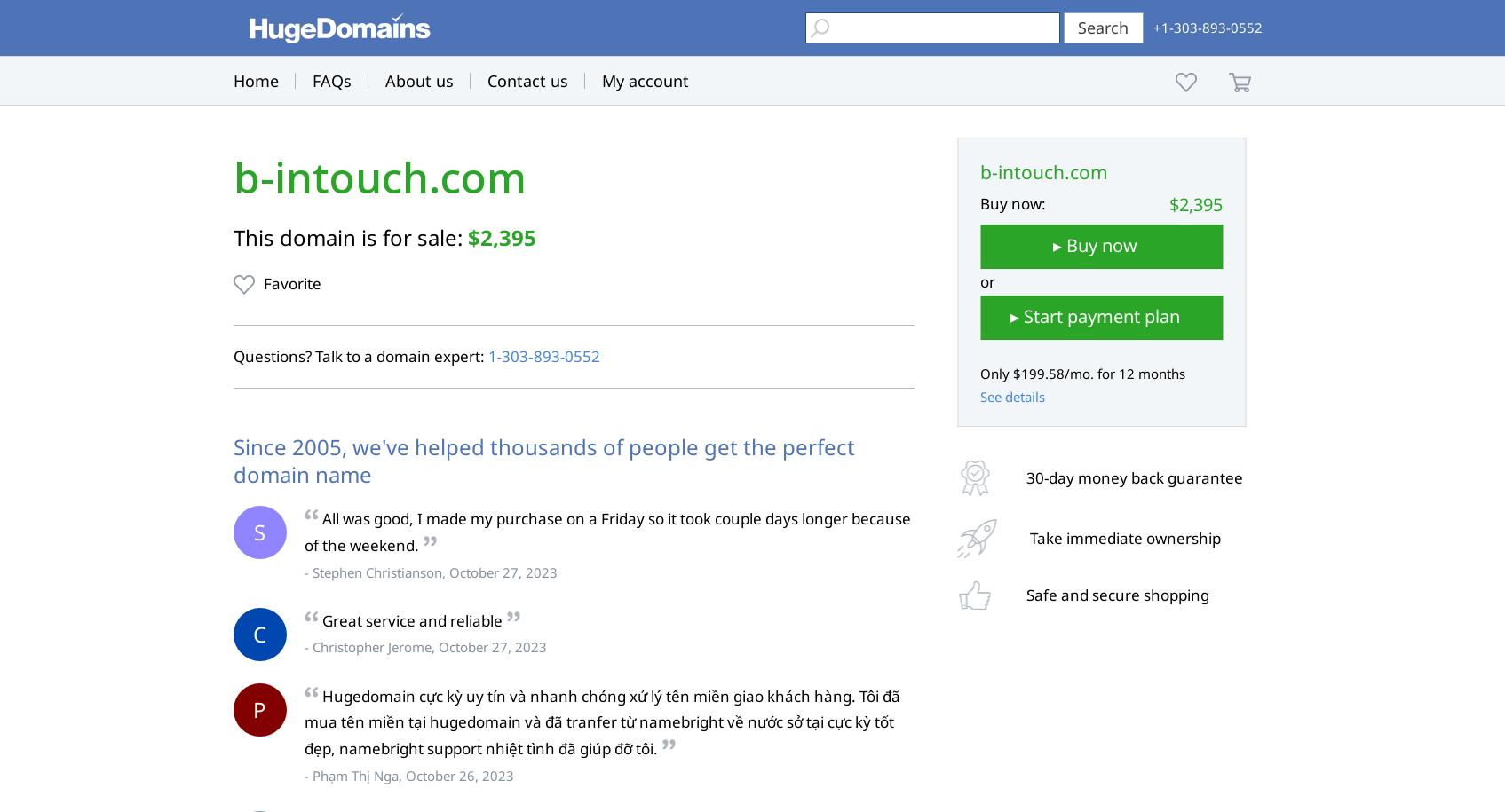 This screenshot has width=1505, height=812. What do you see at coordinates (290, 283) in the screenshot?
I see `'Favorite'` at bounding box center [290, 283].